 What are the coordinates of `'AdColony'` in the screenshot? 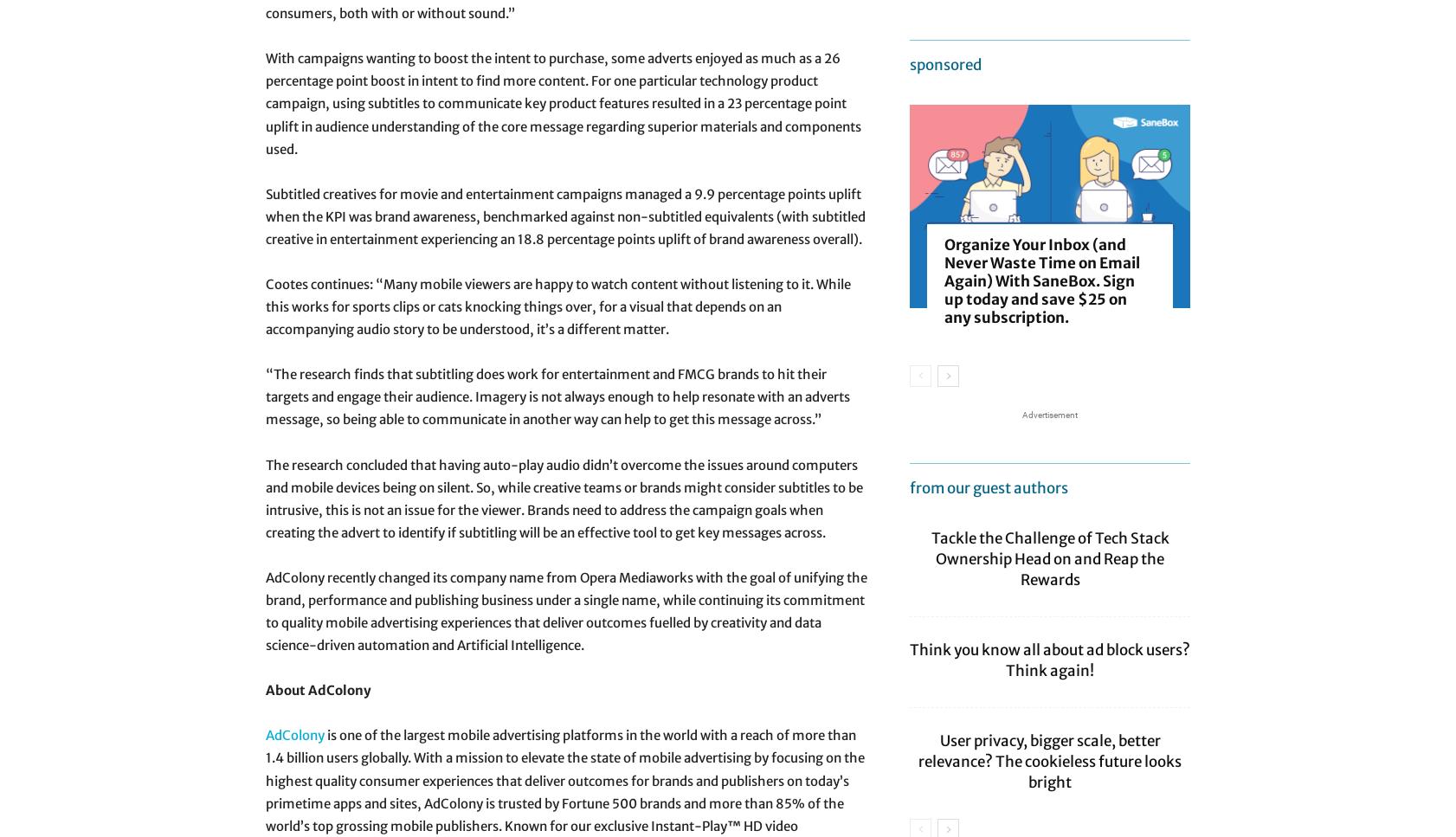 It's located at (293, 735).